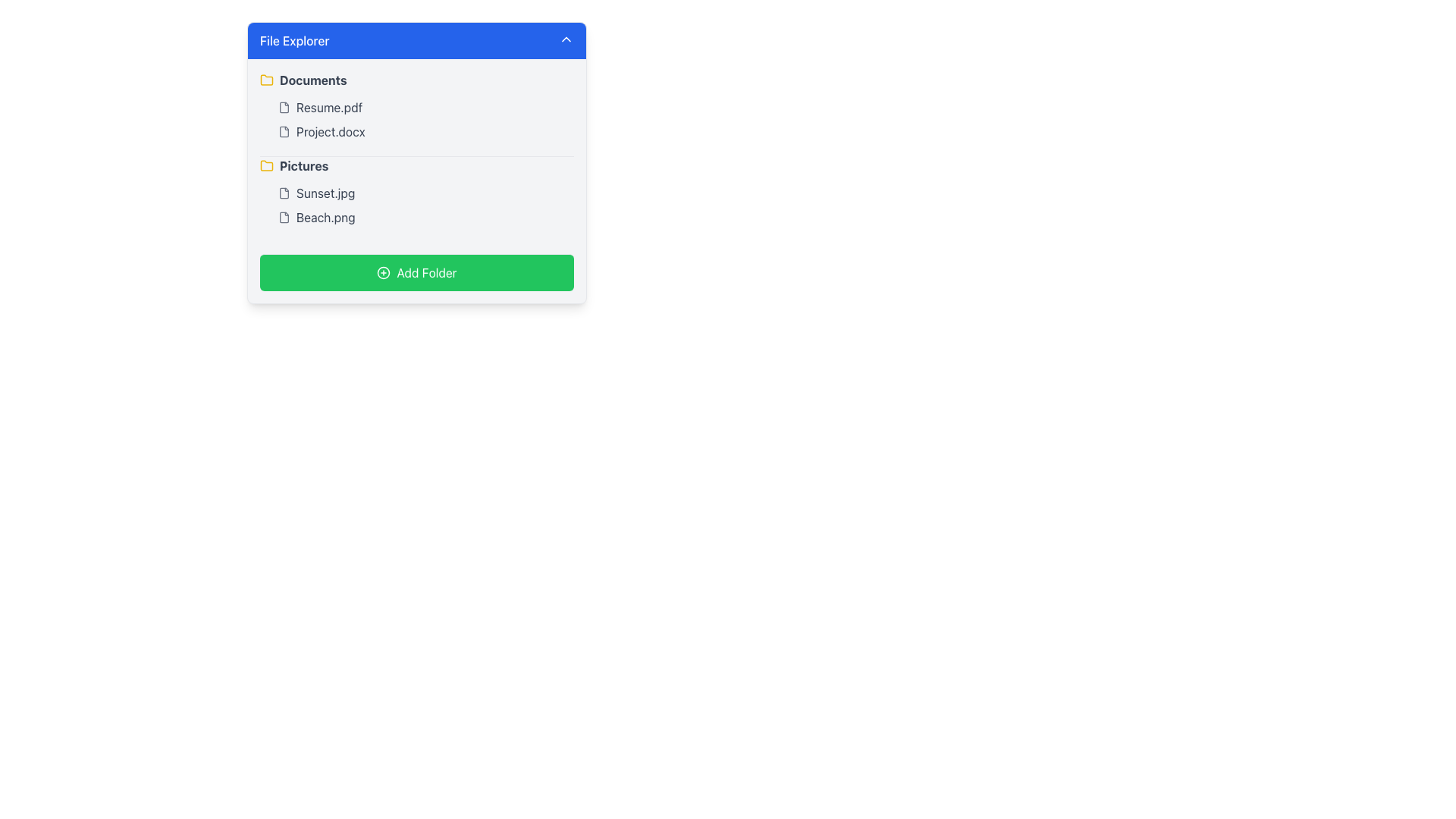 This screenshot has height=819, width=1456. What do you see at coordinates (284, 217) in the screenshot?
I see `the inactive document sheet outline icon located to the left of the text 'Beach.png' in the 'Pictures' section of the 'File Explorer'` at bounding box center [284, 217].